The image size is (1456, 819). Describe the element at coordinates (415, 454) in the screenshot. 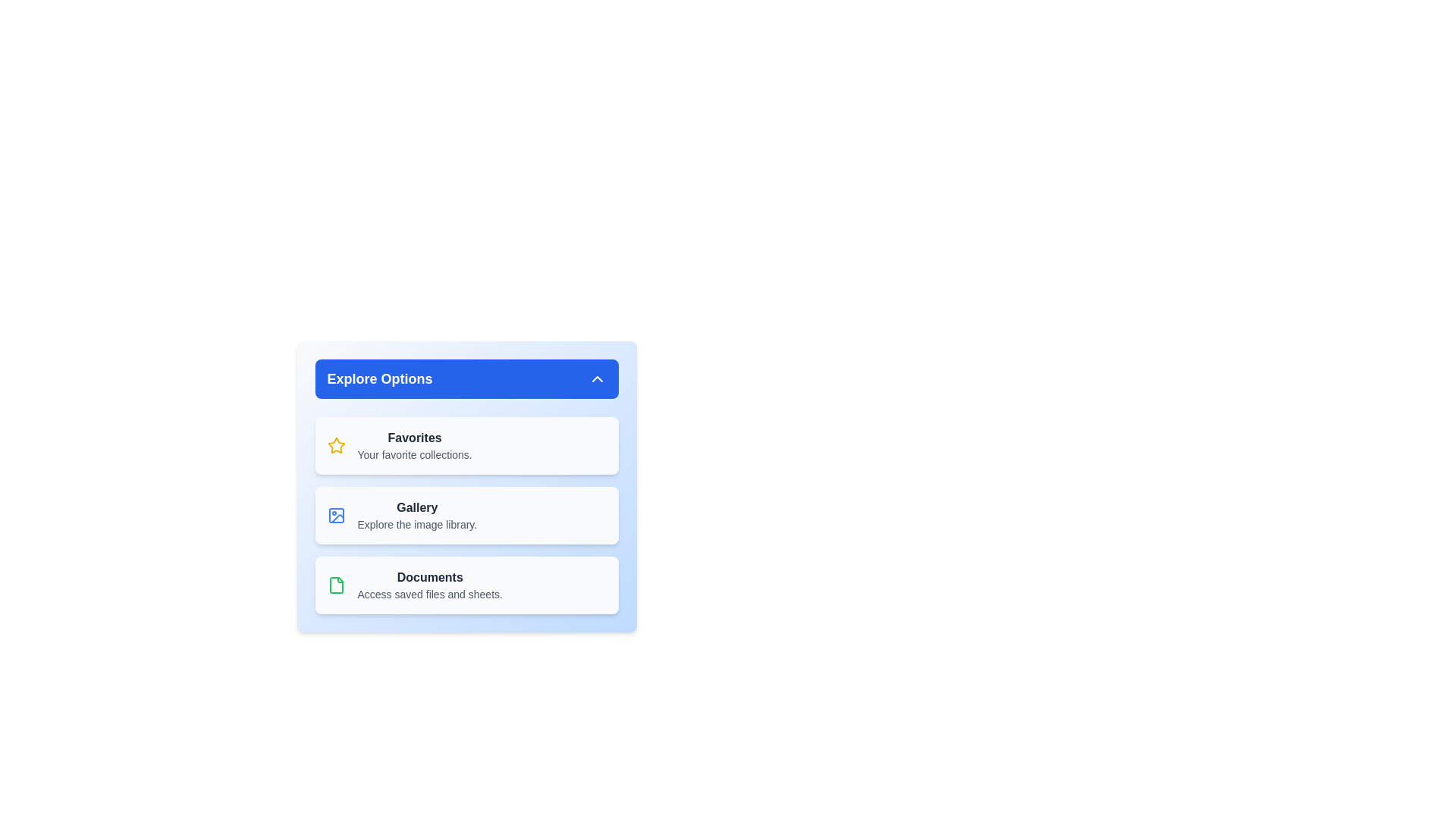

I see `the text block that states 'Your favorite collections.' located in the second row of the 'Favorites' card, positioned below the bold text 'Favorites'` at that location.